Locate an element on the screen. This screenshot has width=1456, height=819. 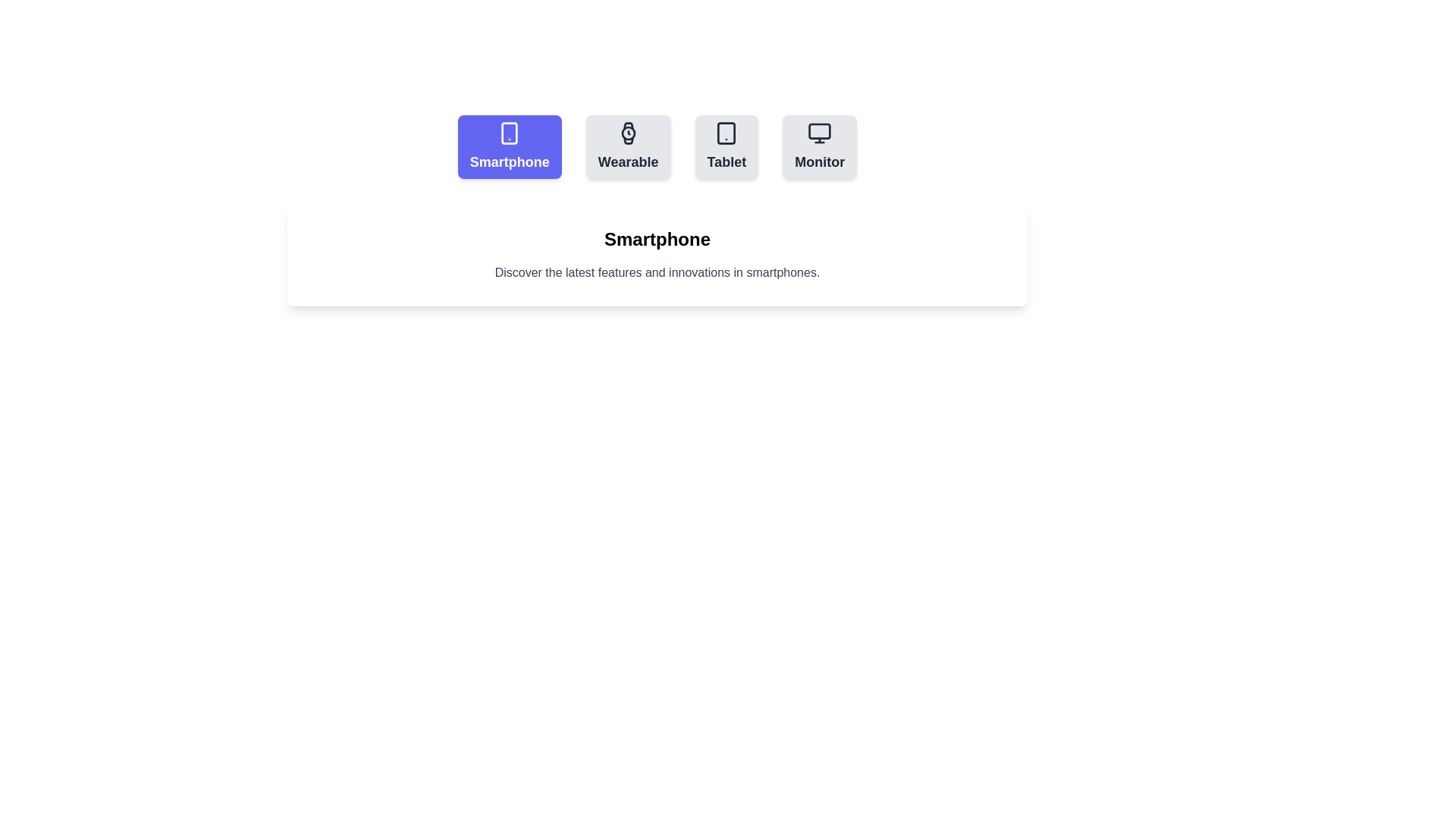
the tab button corresponding to Smartphone is located at coordinates (510, 146).